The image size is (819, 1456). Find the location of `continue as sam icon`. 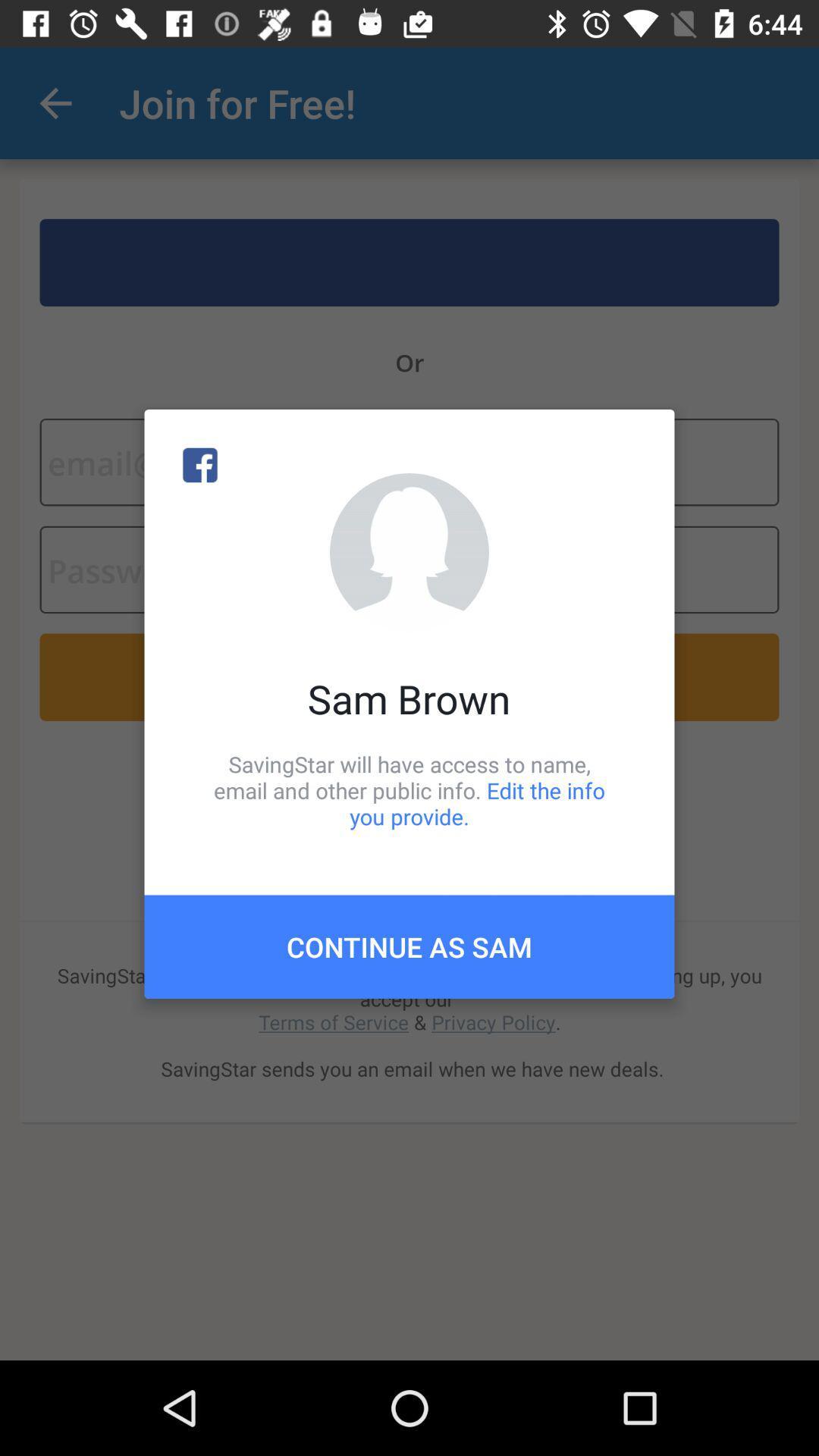

continue as sam icon is located at coordinates (409, 946).